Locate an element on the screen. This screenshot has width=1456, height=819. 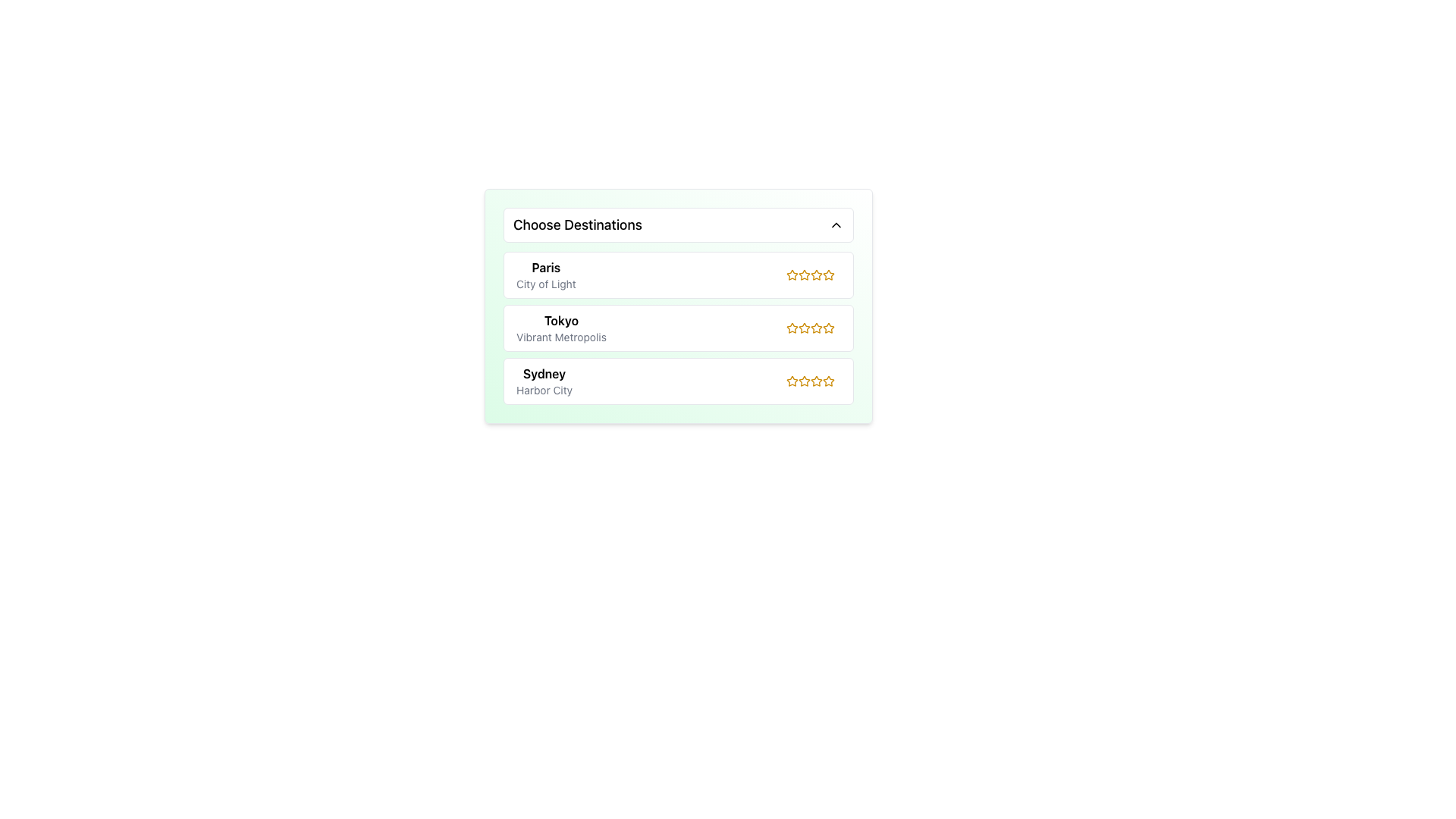
the third star in the 5-star rating system located in the 'Sydney' row beneath the 'Choose Destinations' heading to indicate a 3-star rating is located at coordinates (813, 380).